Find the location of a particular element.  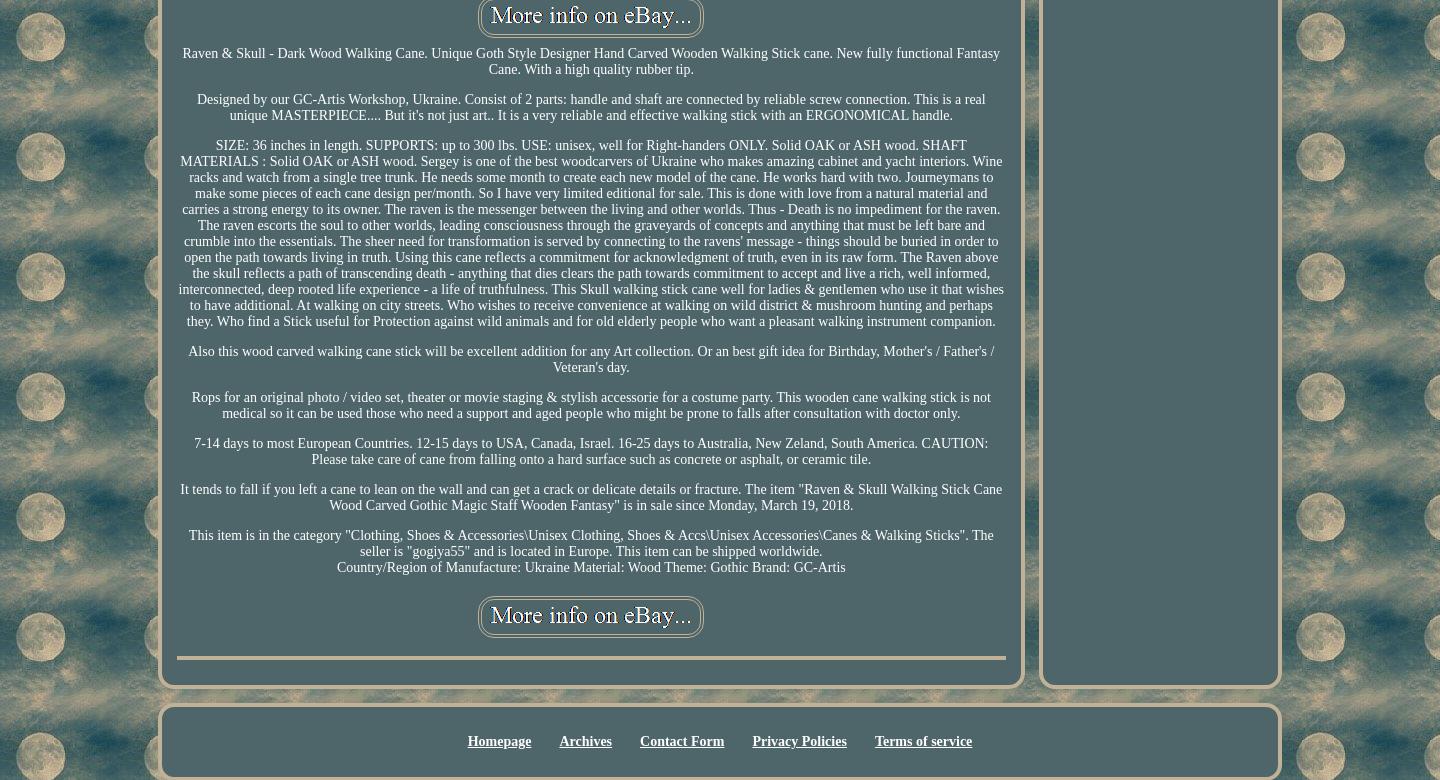

'This item is in the category "Clothing, Shoes & Accessories\Unisex Clothing, Shoes & Accs\Unisex Accessories\Canes & Walking Sticks". The seller is "gogiya55" and is located in Europe. This item can be shipped worldwide.' is located at coordinates (590, 542).